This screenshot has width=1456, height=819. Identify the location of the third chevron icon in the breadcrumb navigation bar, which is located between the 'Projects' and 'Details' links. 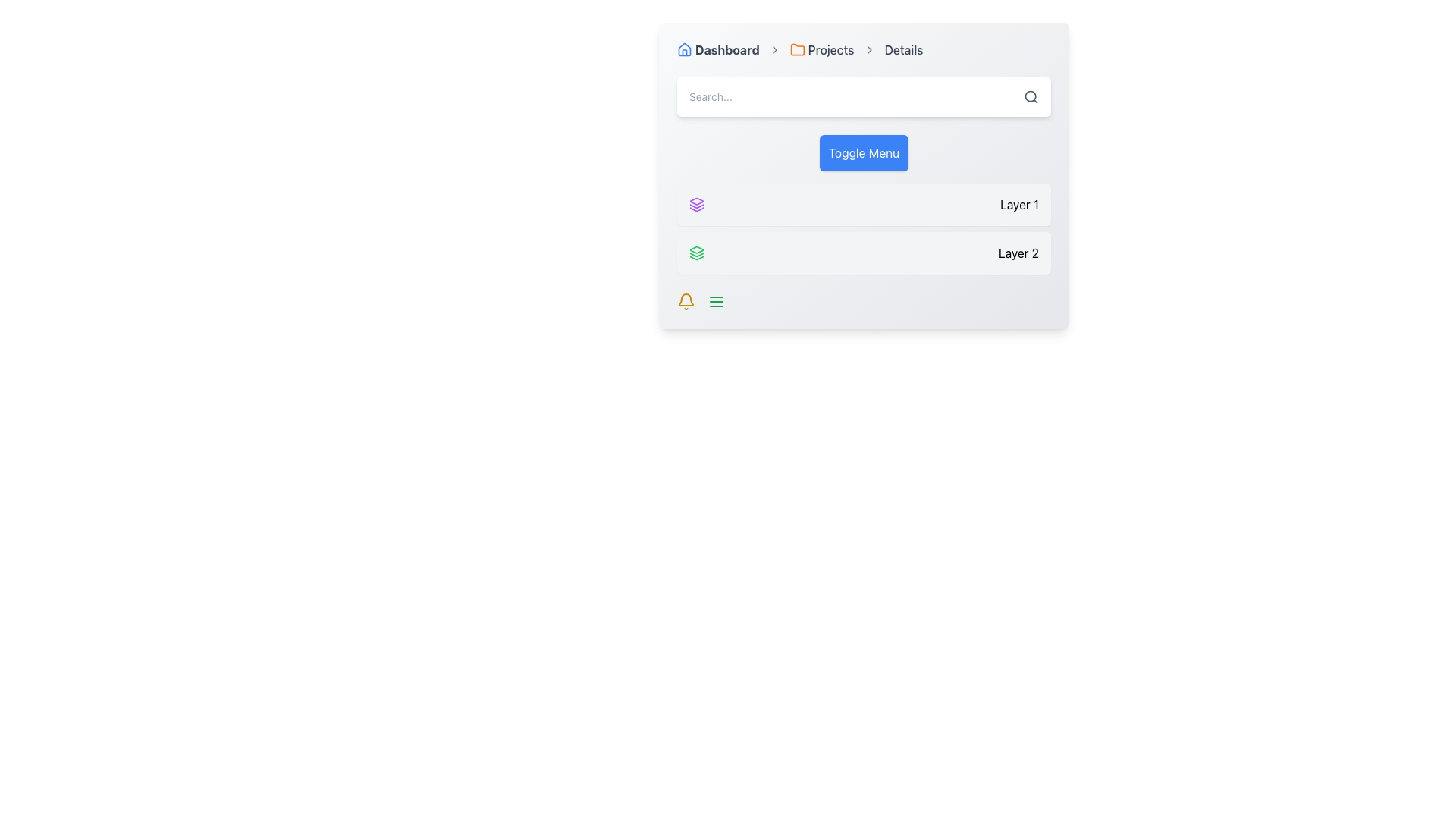
(869, 49).